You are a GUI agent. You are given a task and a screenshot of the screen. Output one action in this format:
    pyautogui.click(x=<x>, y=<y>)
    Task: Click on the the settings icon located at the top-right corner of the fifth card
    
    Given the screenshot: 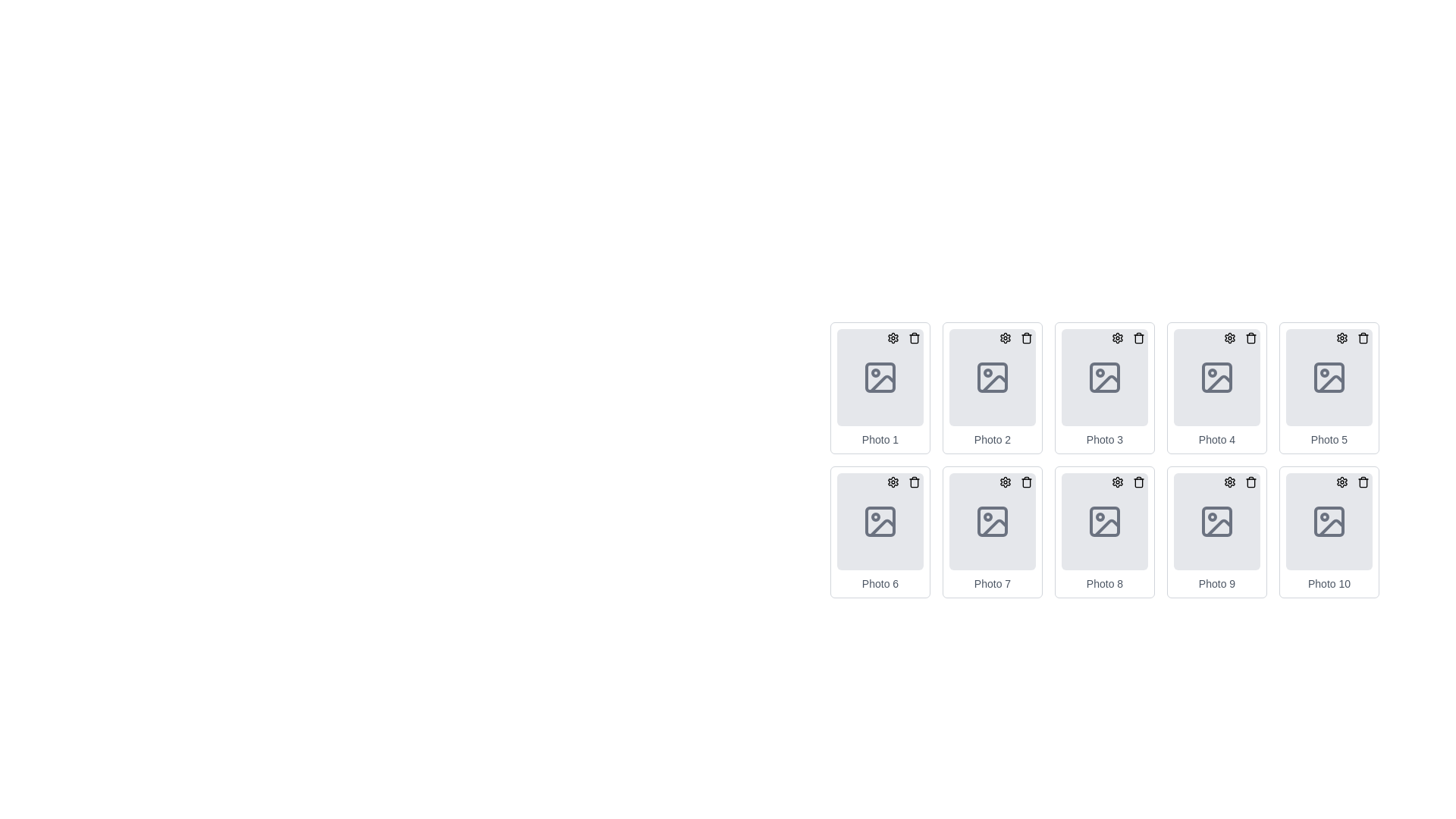 What is the action you would take?
    pyautogui.click(x=1342, y=337)
    